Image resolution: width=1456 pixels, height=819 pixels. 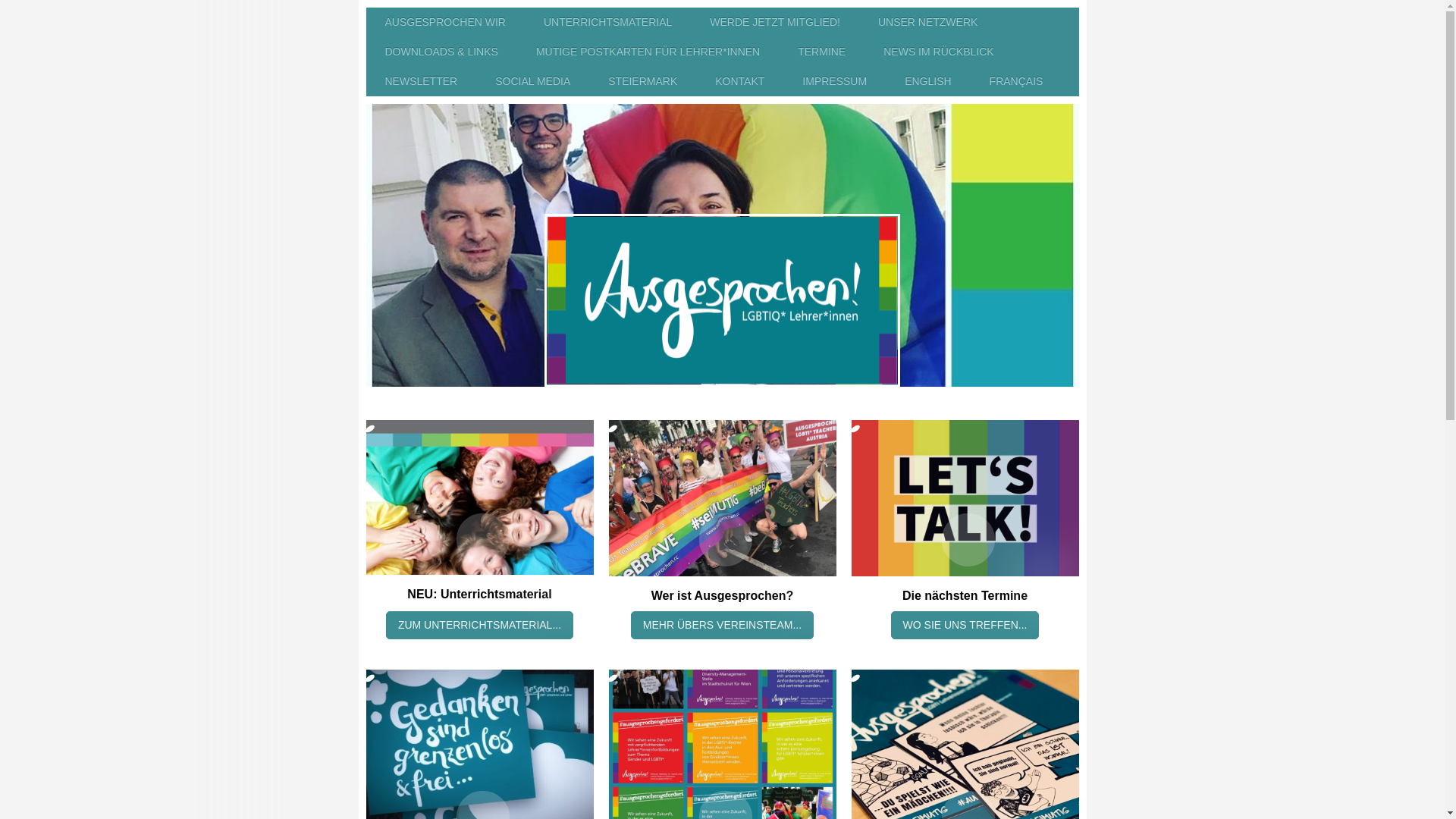 I want to click on 'SOCIAL MEDIA', so click(x=475, y=81).